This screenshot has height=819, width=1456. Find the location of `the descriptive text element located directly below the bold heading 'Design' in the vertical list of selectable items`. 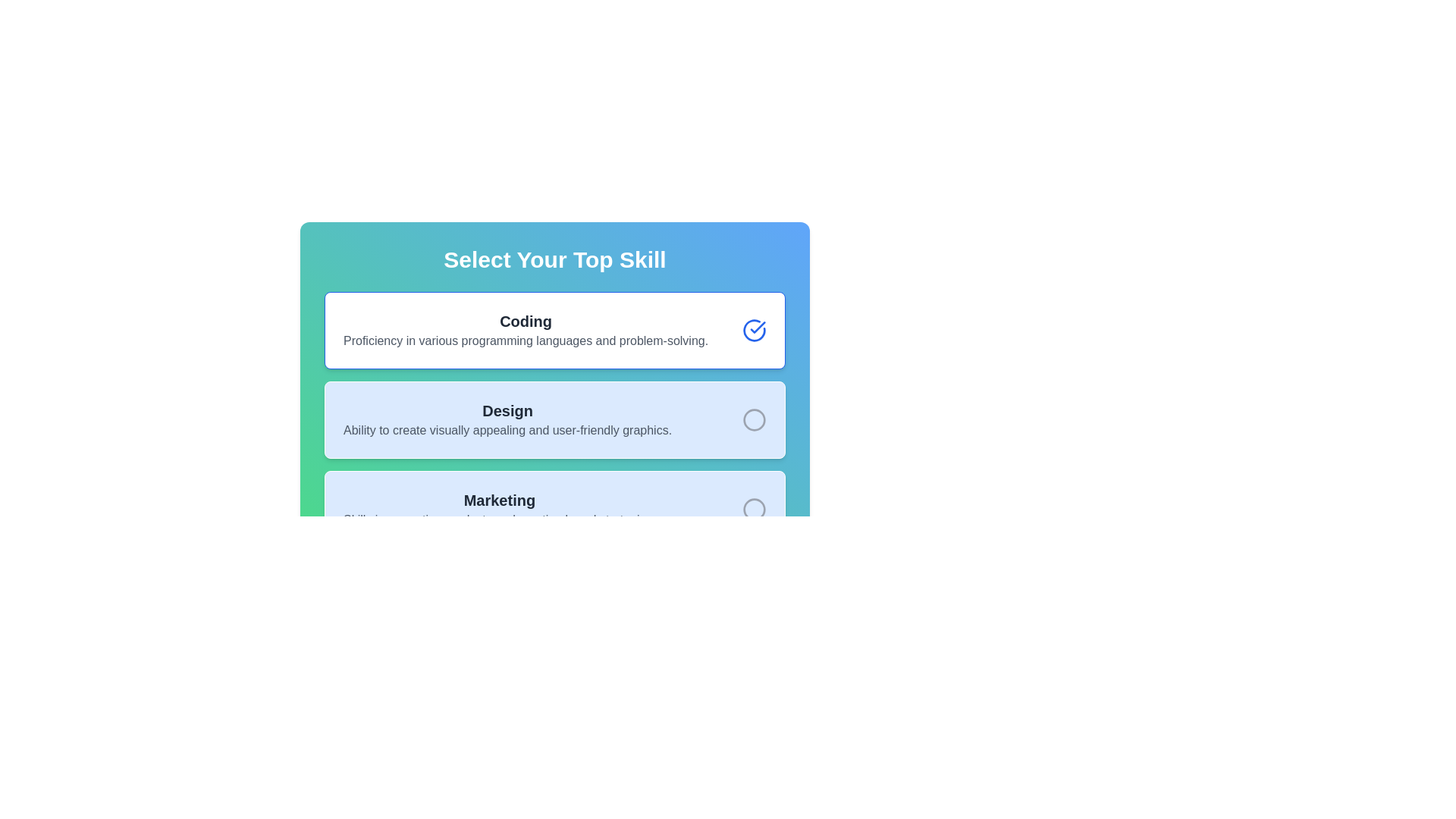

the descriptive text element located directly below the bold heading 'Design' in the vertical list of selectable items is located at coordinates (507, 430).